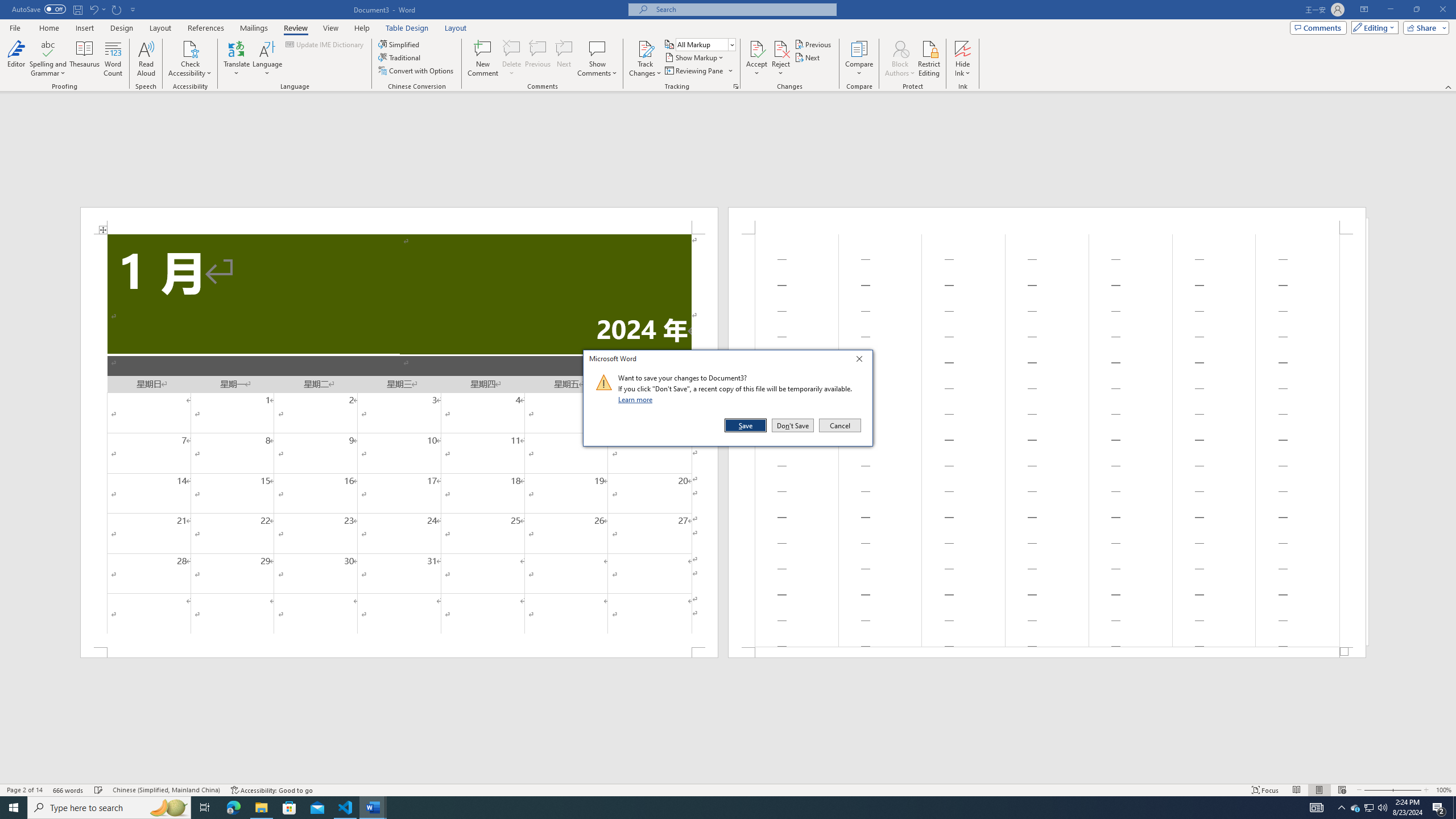  I want to click on 'Convert with Options...', so click(417, 69).